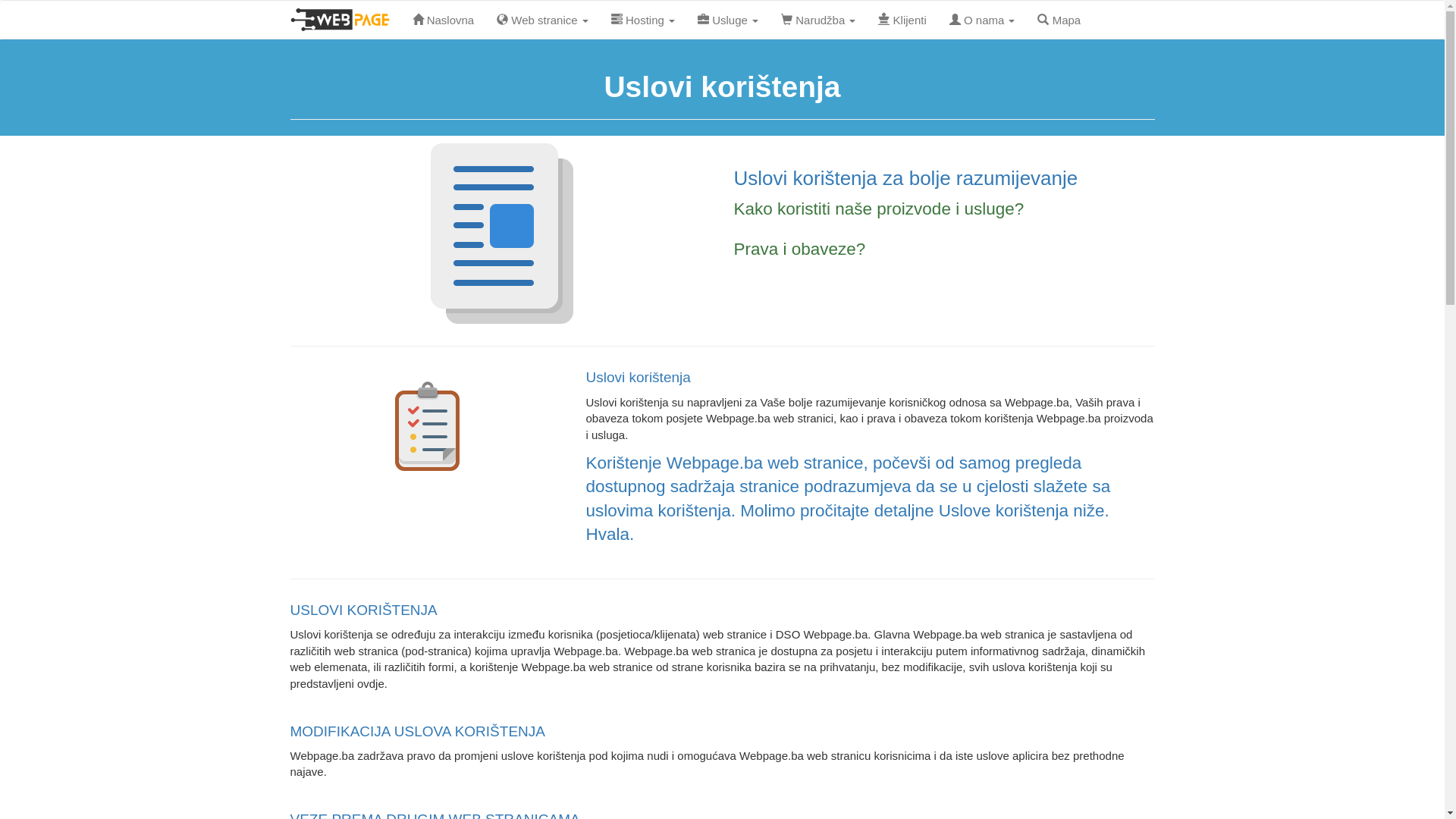 Image resolution: width=1456 pixels, height=819 pixels. Describe the element at coordinates (902, 20) in the screenshot. I see `'Klijenti'` at that location.